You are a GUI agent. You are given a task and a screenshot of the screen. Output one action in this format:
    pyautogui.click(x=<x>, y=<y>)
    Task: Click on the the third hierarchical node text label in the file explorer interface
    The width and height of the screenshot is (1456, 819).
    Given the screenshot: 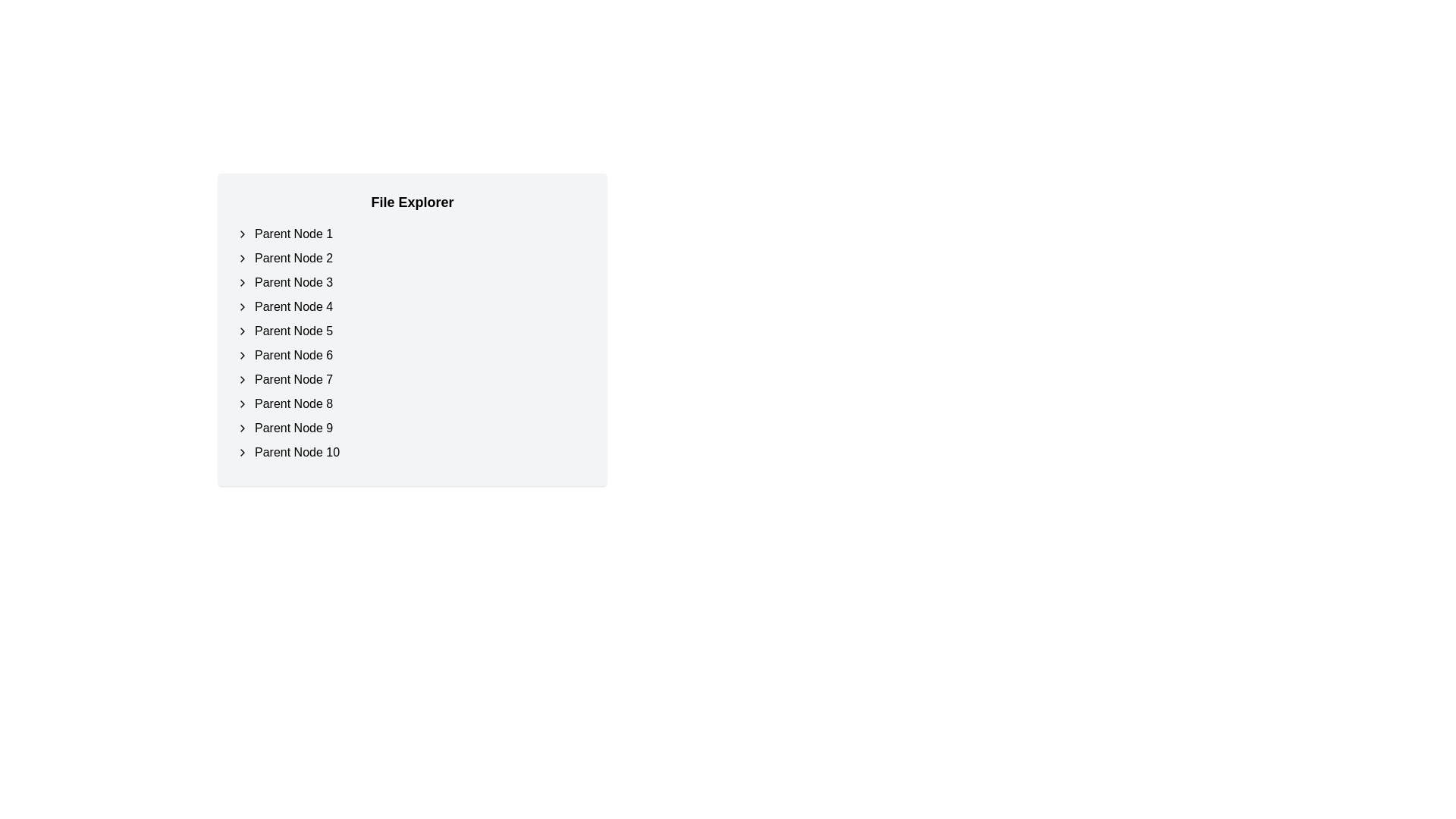 What is the action you would take?
    pyautogui.click(x=293, y=283)
    